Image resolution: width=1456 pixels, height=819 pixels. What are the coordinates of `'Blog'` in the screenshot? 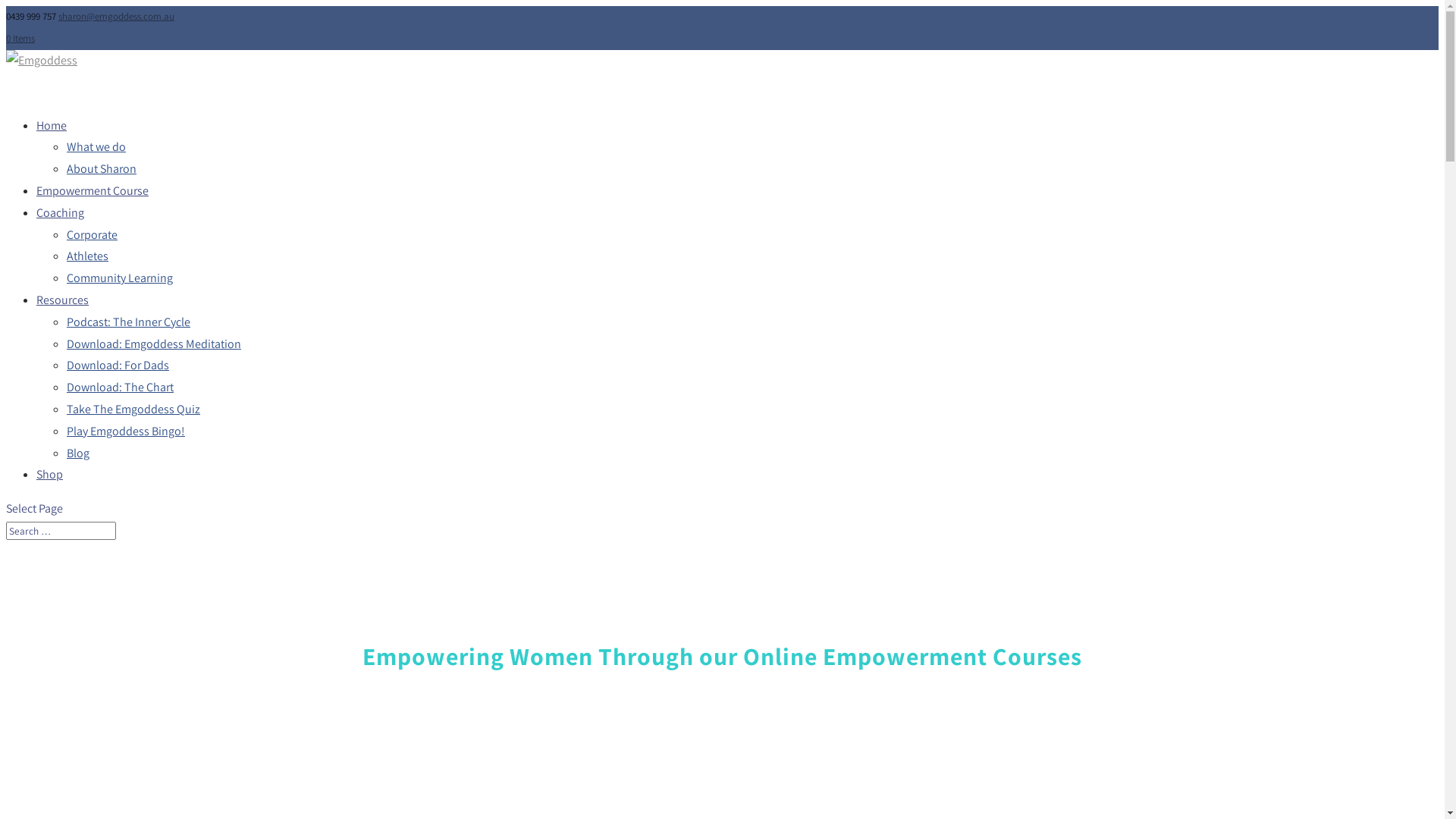 It's located at (77, 452).